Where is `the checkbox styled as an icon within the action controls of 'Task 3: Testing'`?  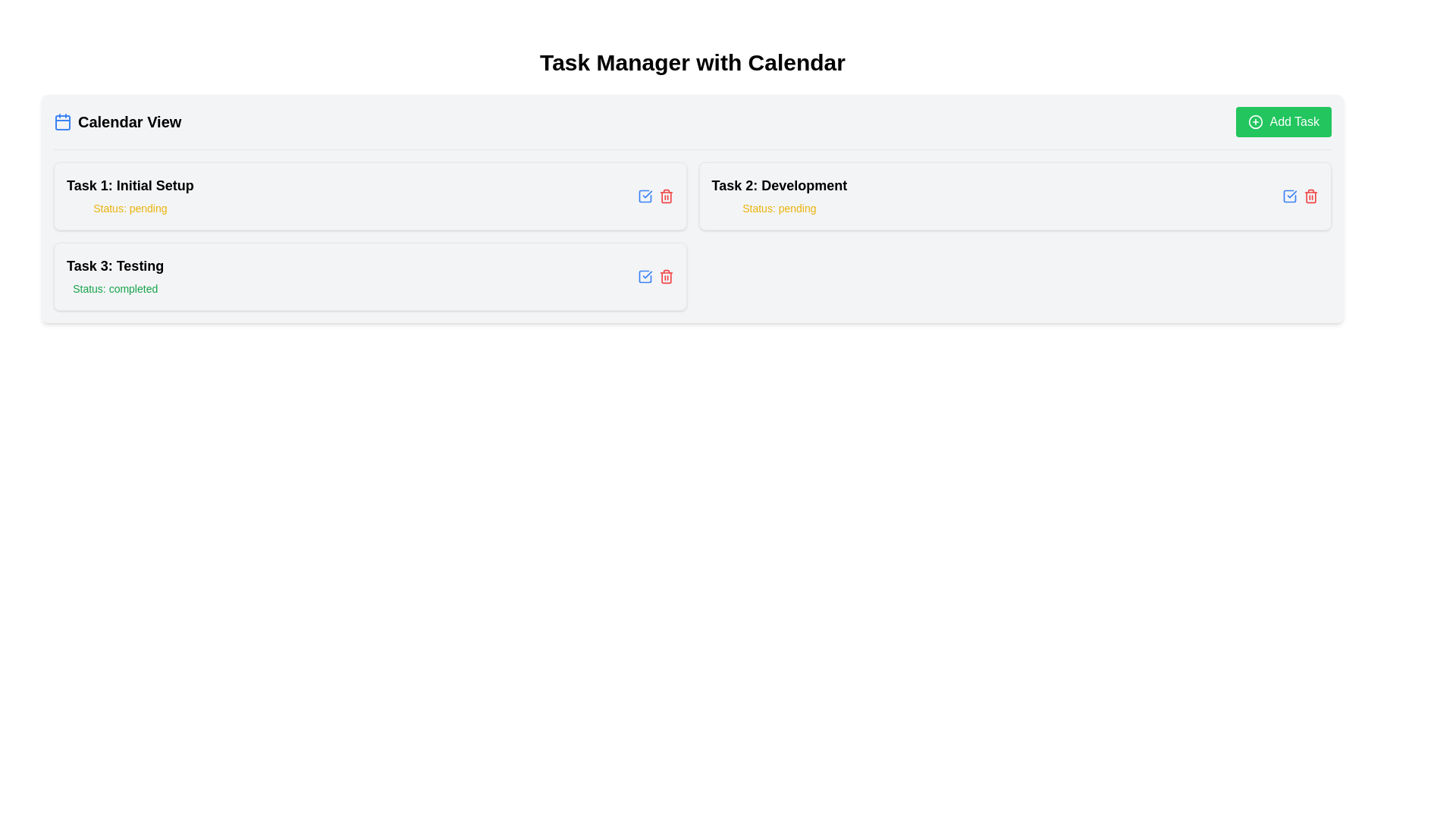 the checkbox styled as an icon within the action controls of 'Task 3: Testing' is located at coordinates (645, 195).